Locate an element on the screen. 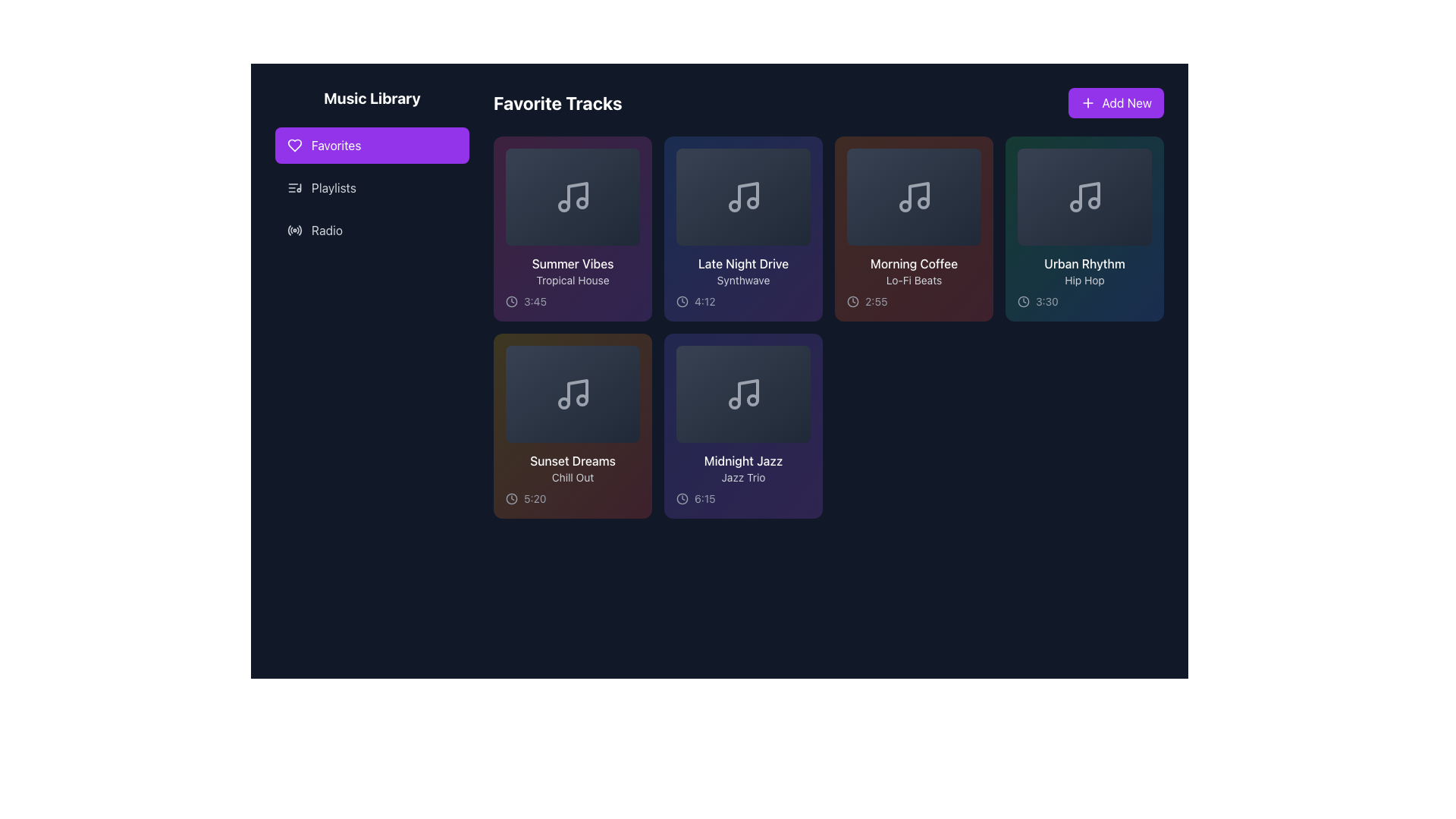 Image resolution: width=1456 pixels, height=819 pixels. the iconic clock representation (circle in an SVG icon) located at the top left corner of the 'Summer Vibes' card is located at coordinates (512, 301).